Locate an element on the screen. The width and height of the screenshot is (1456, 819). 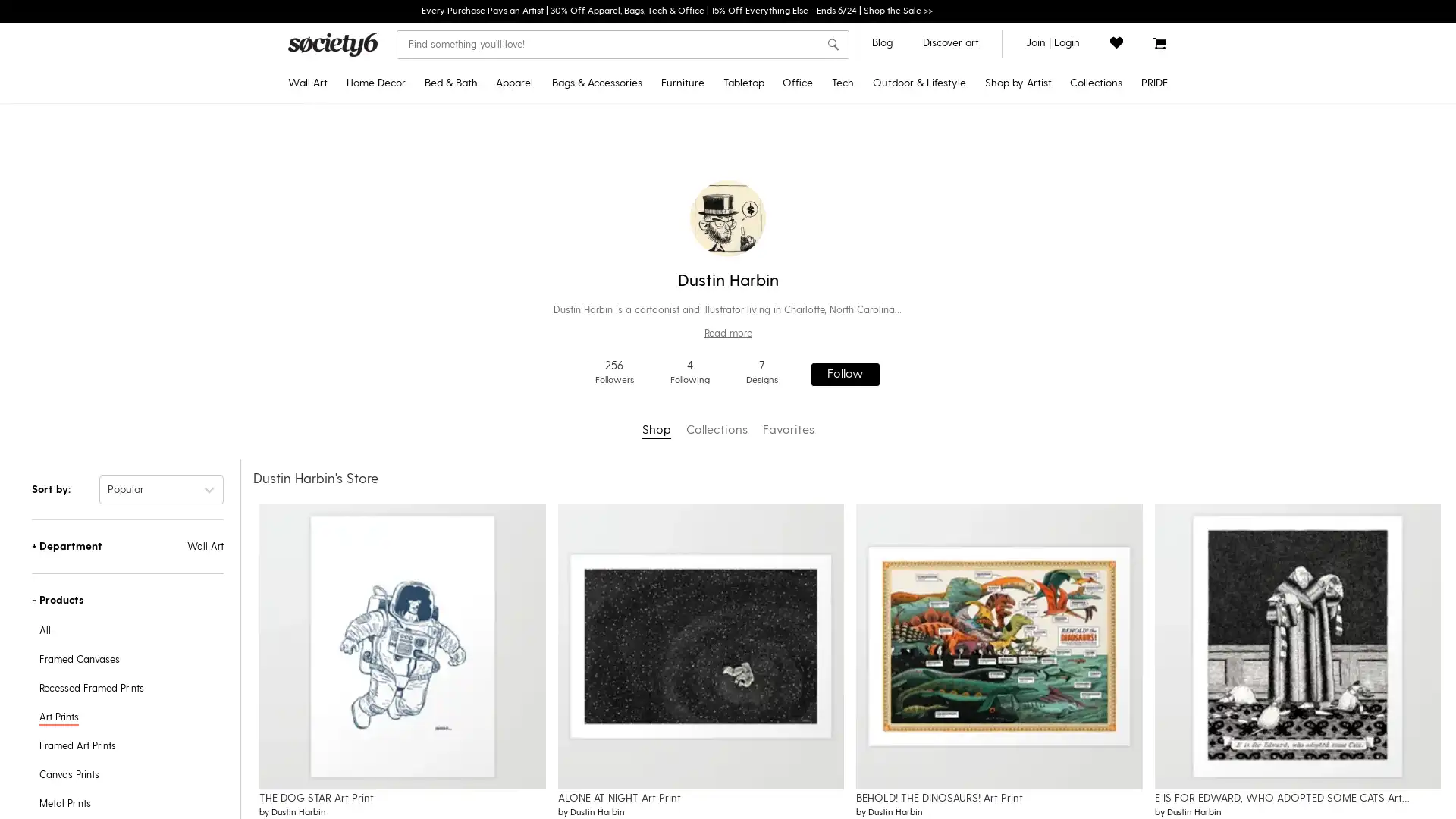
Backpacks is located at coordinates (607, 170).